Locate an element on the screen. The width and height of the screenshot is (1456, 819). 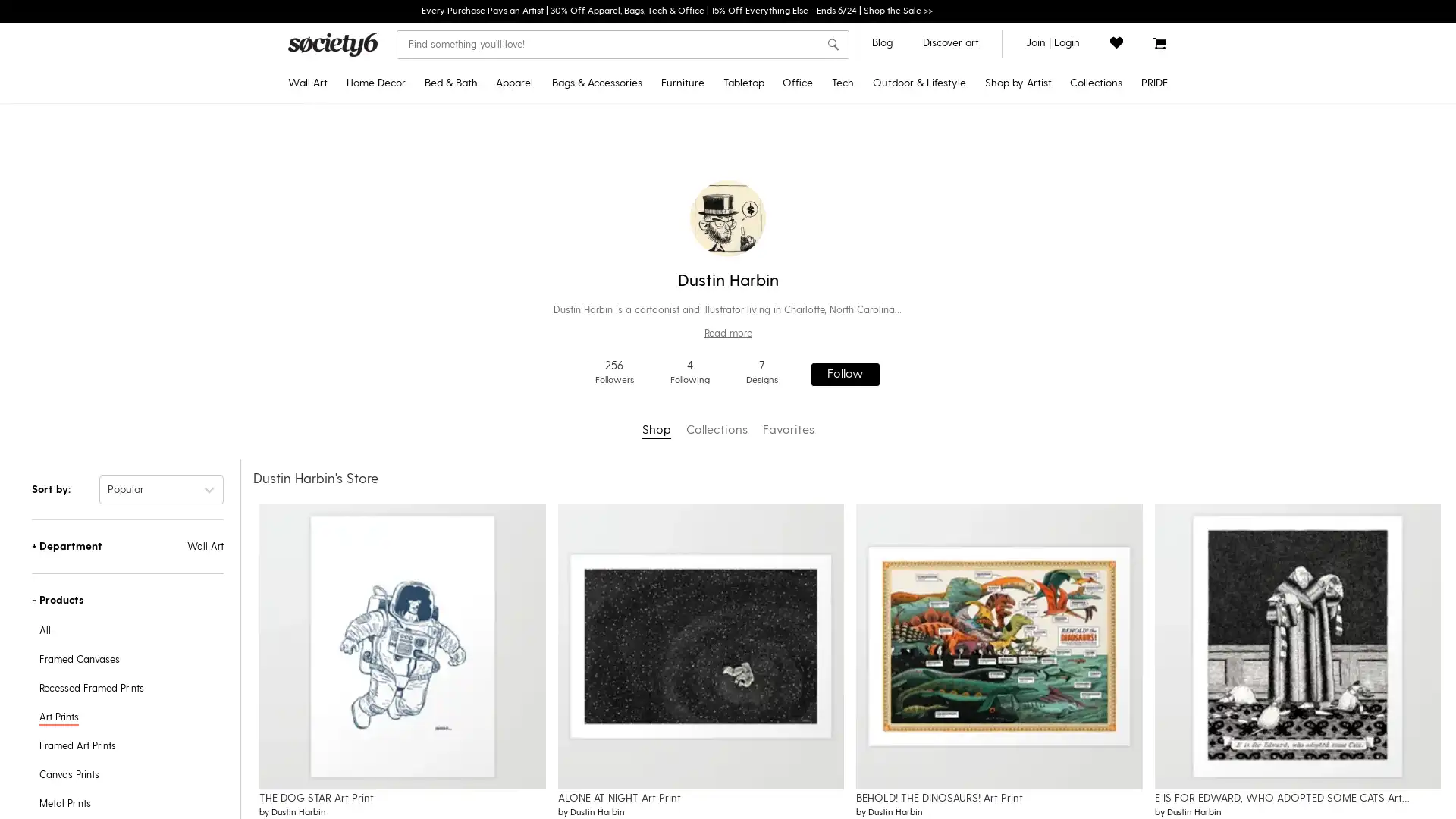
Backpacks is located at coordinates (607, 170).